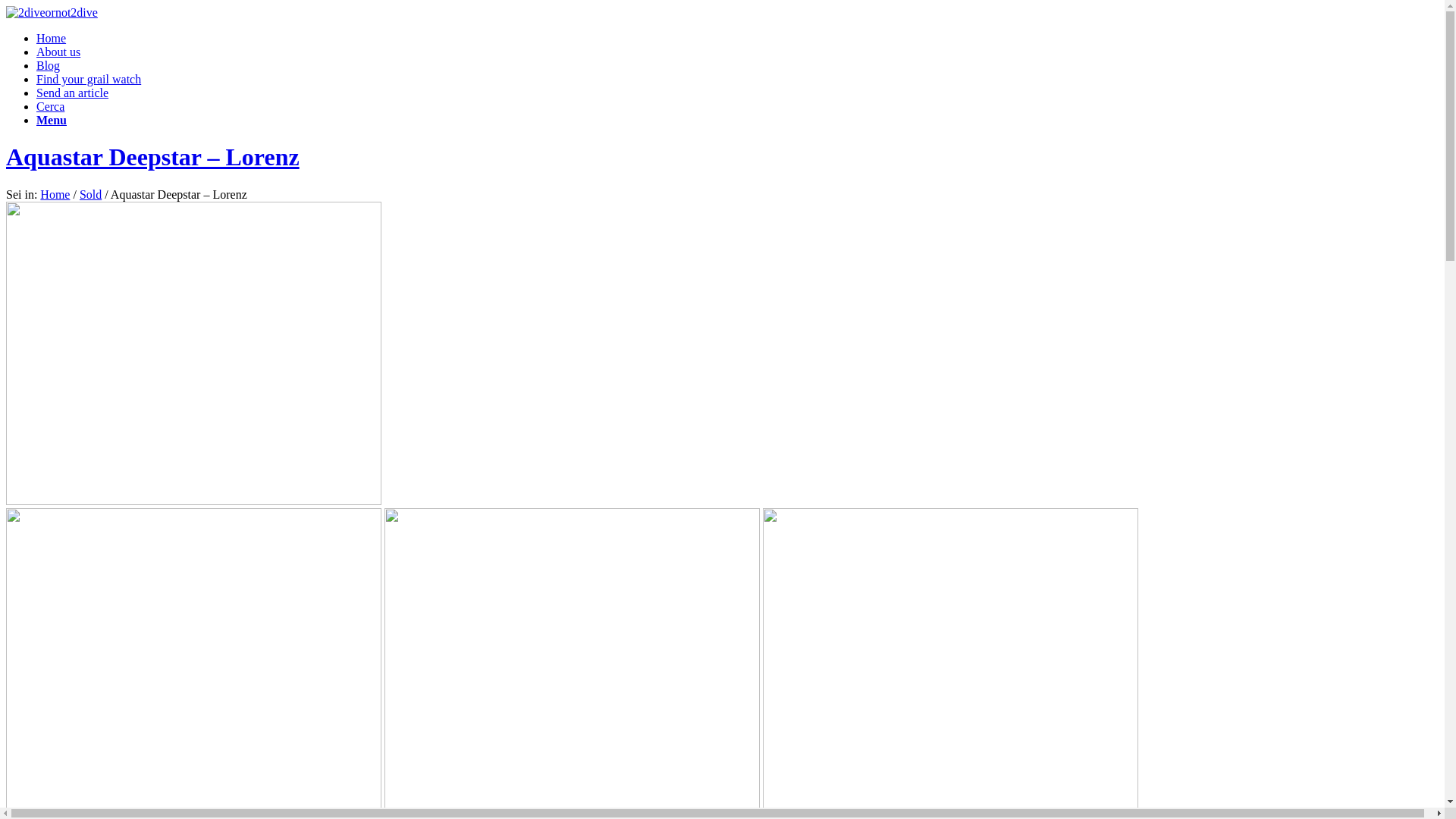 This screenshot has width=1456, height=819. I want to click on 'About us', so click(58, 51).